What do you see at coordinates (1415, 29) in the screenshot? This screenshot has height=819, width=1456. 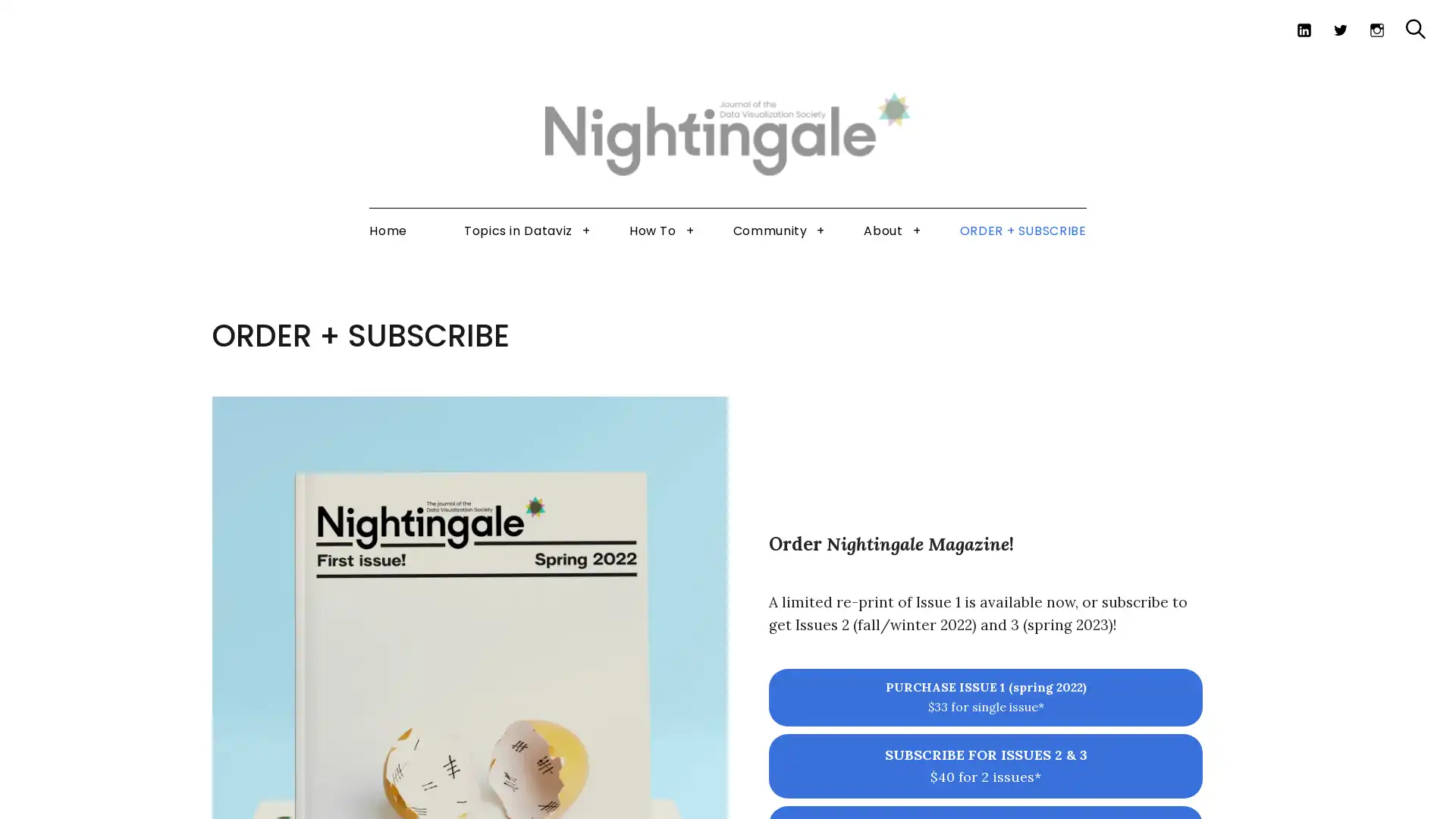 I see `Search` at bounding box center [1415, 29].